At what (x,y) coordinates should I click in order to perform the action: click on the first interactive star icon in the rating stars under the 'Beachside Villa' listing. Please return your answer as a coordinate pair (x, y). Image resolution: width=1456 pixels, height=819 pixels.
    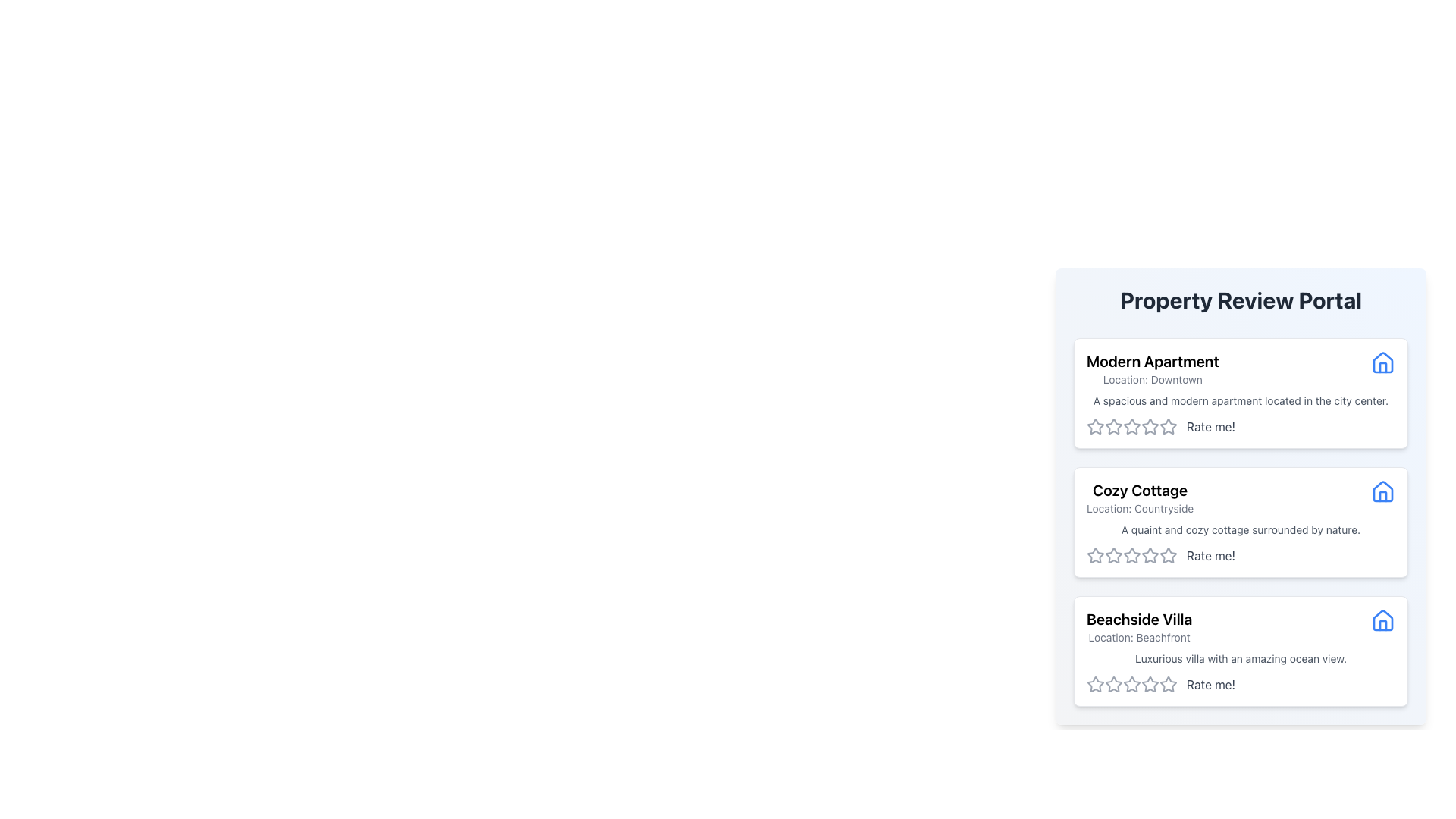
    Looking at the image, I should click on (1113, 684).